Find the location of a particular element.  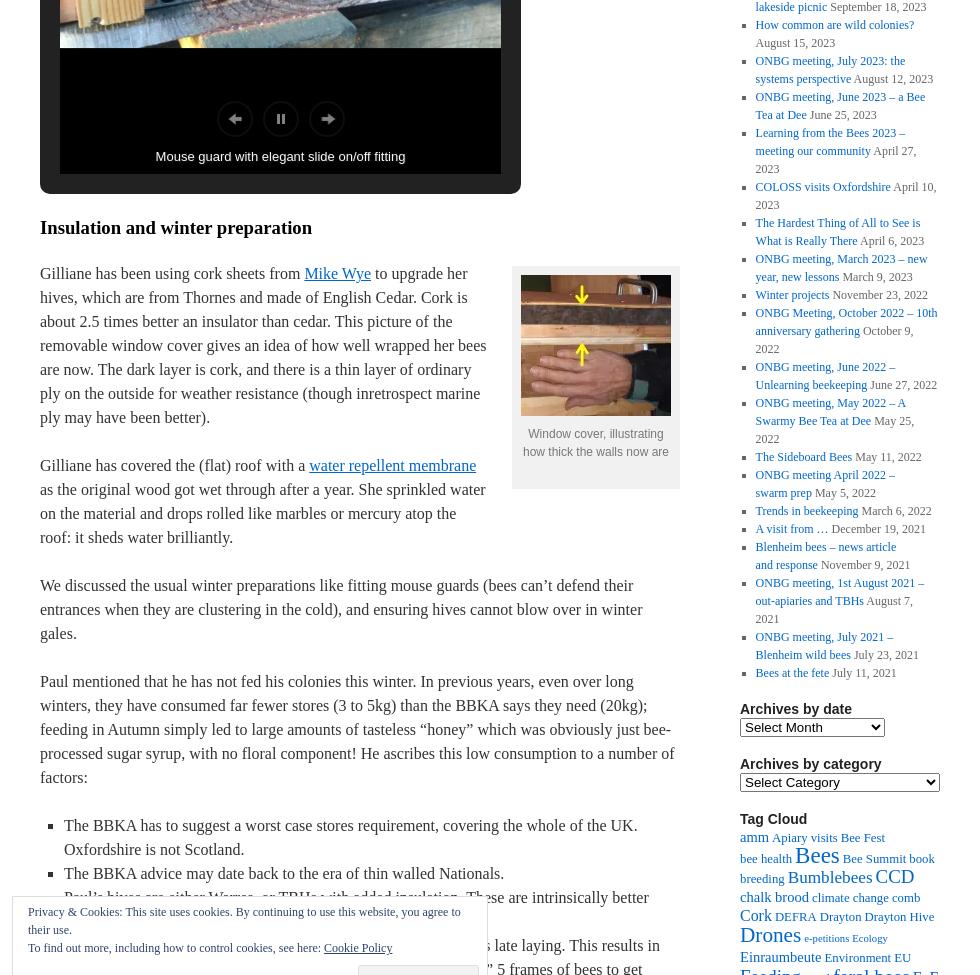

'The BBKA has to suggest a worst case stores requirement, covering the whole of the UK. Oxfordshire is not Scotland.' is located at coordinates (62, 837).